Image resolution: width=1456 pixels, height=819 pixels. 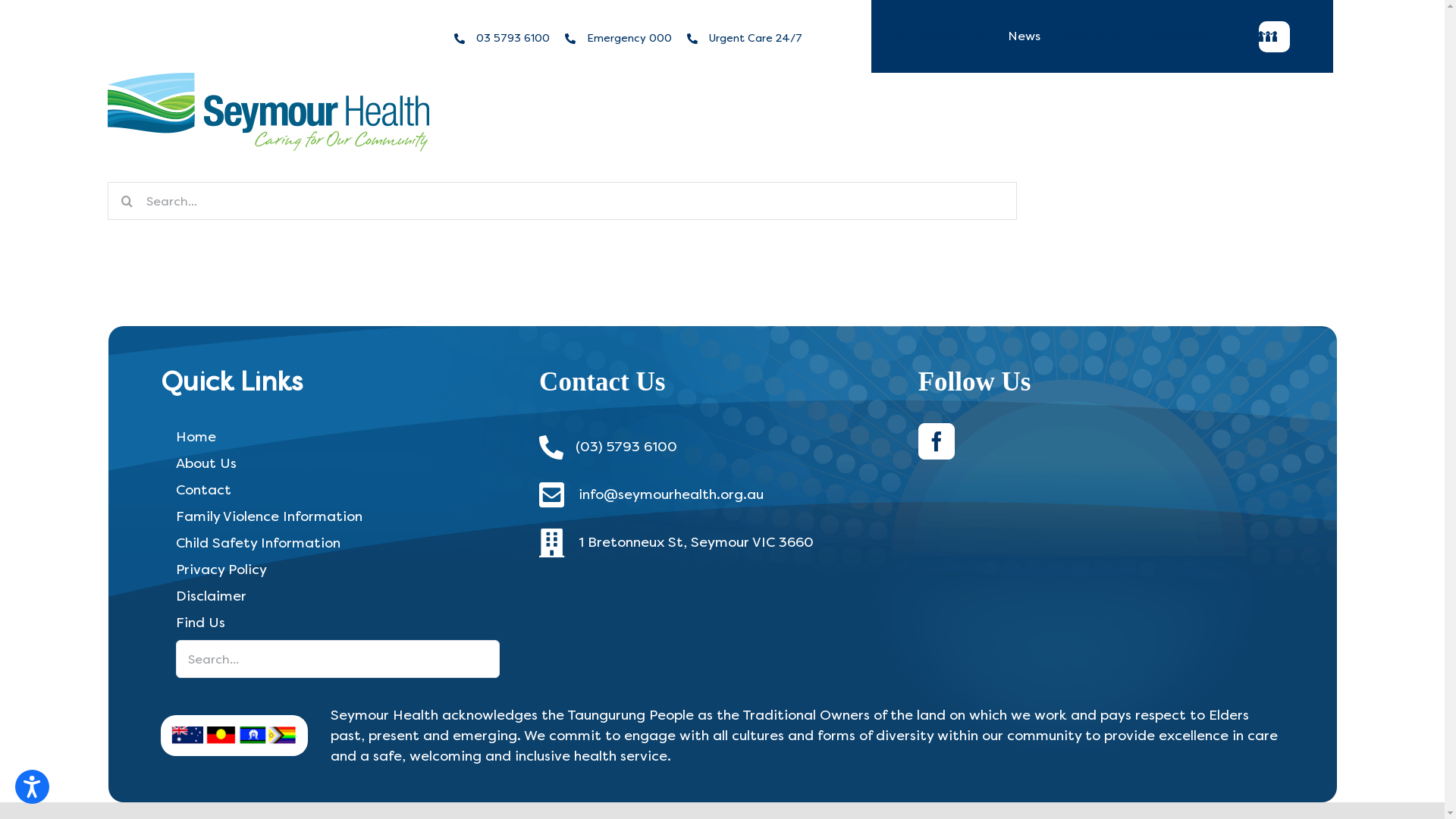 I want to click on 'info@seymourhealth.org.au', so click(x=670, y=494).